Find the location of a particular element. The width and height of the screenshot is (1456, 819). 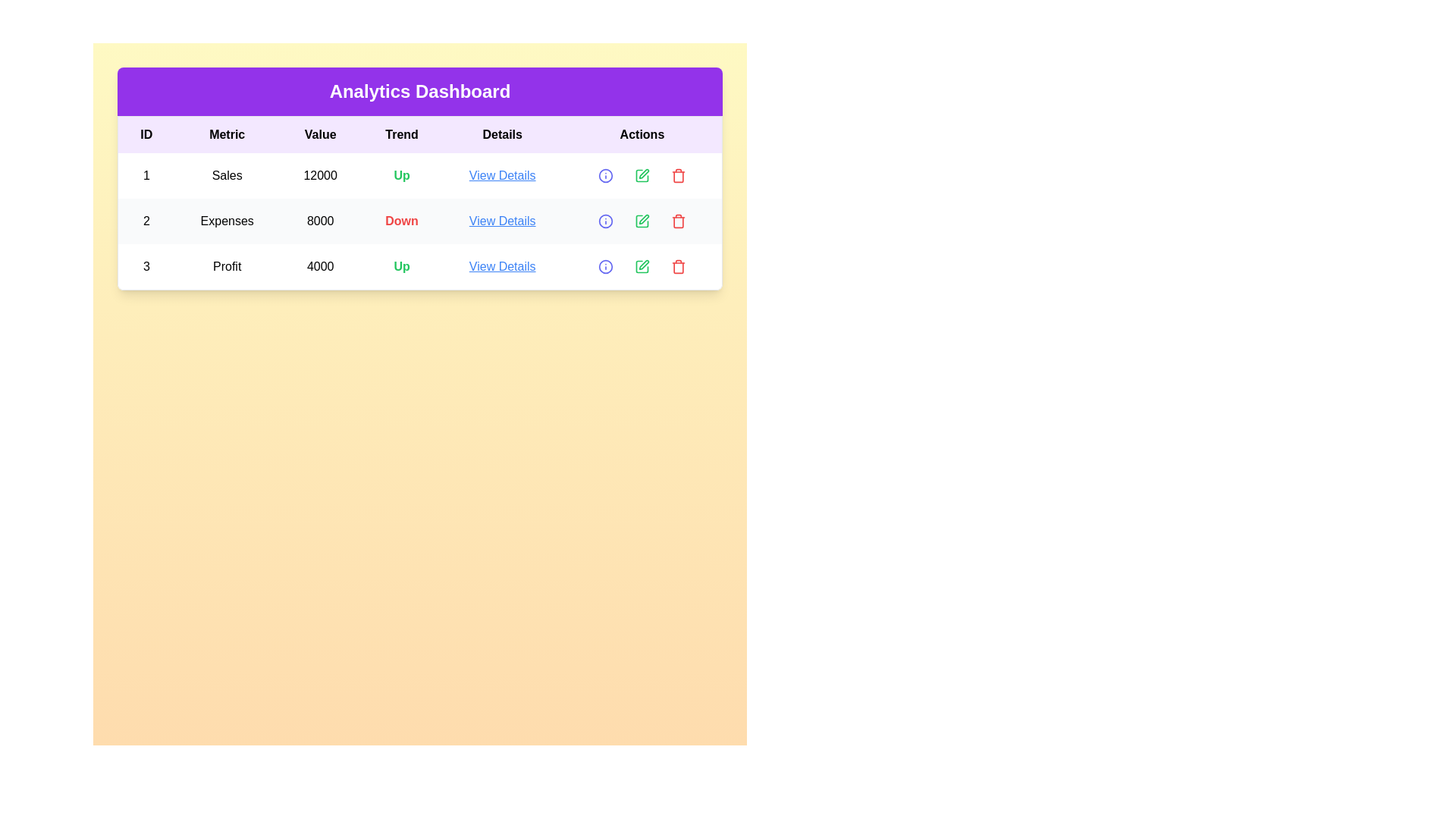

the edit icon styled with thin green stroke lines located in the 'Actions' column of the second row in the 'Analytics Dashboard' table to initiate an edit action is located at coordinates (642, 221).